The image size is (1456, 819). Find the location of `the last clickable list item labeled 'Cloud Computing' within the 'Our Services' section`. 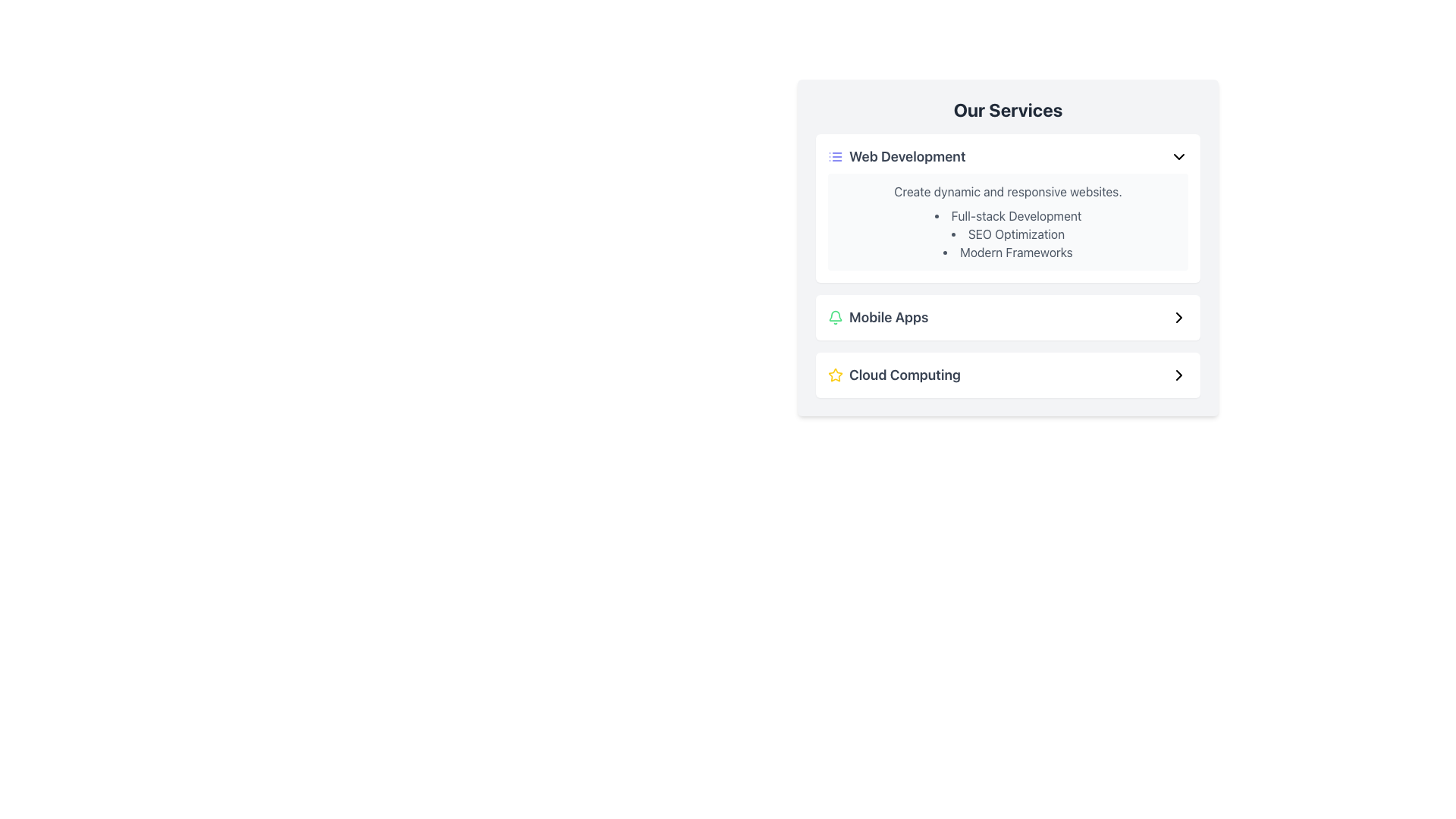

the last clickable list item labeled 'Cloud Computing' within the 'Our Services' section is located at coordinates (1008, 375).